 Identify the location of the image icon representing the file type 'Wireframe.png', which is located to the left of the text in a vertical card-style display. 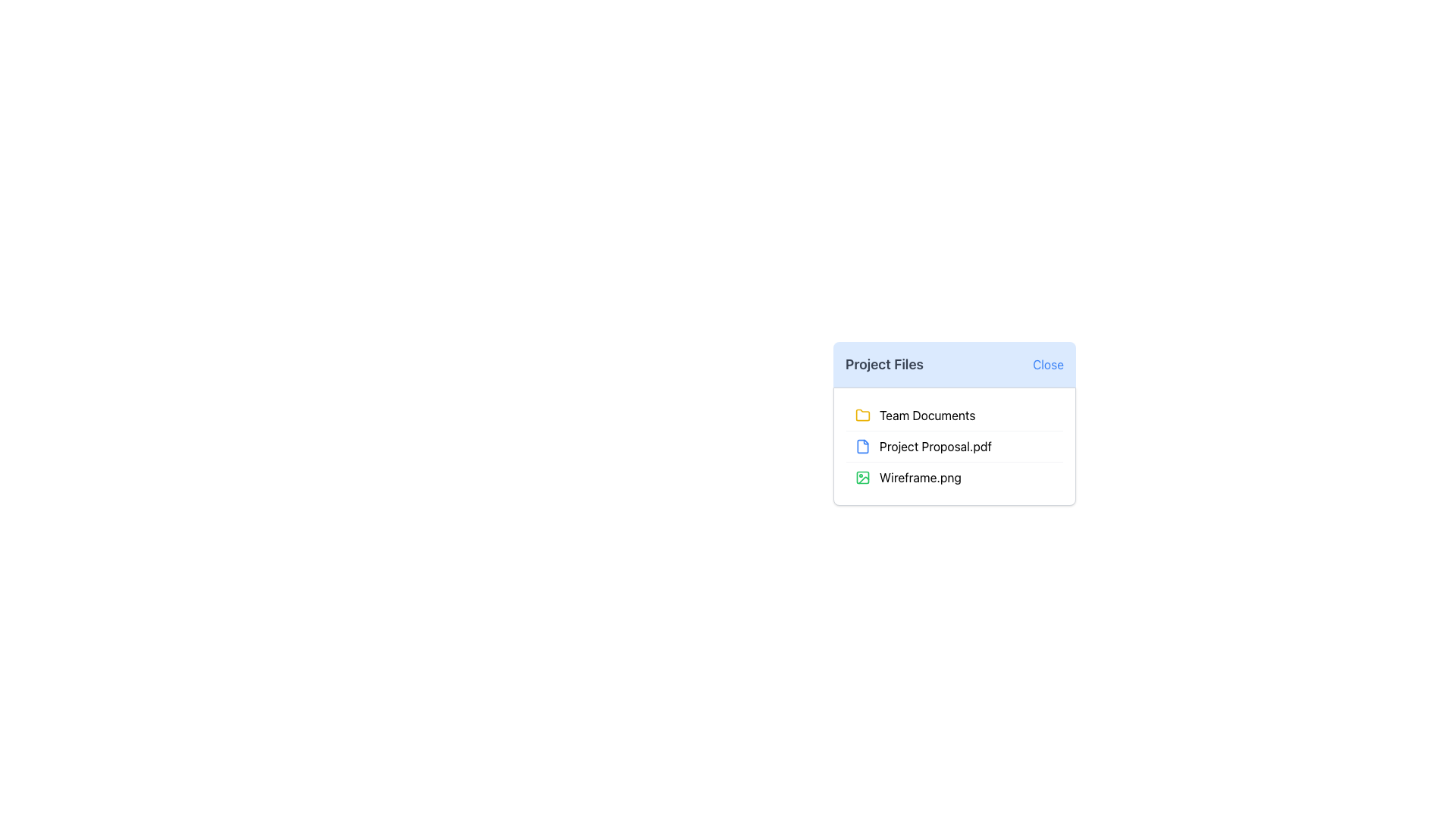
(862, 476).